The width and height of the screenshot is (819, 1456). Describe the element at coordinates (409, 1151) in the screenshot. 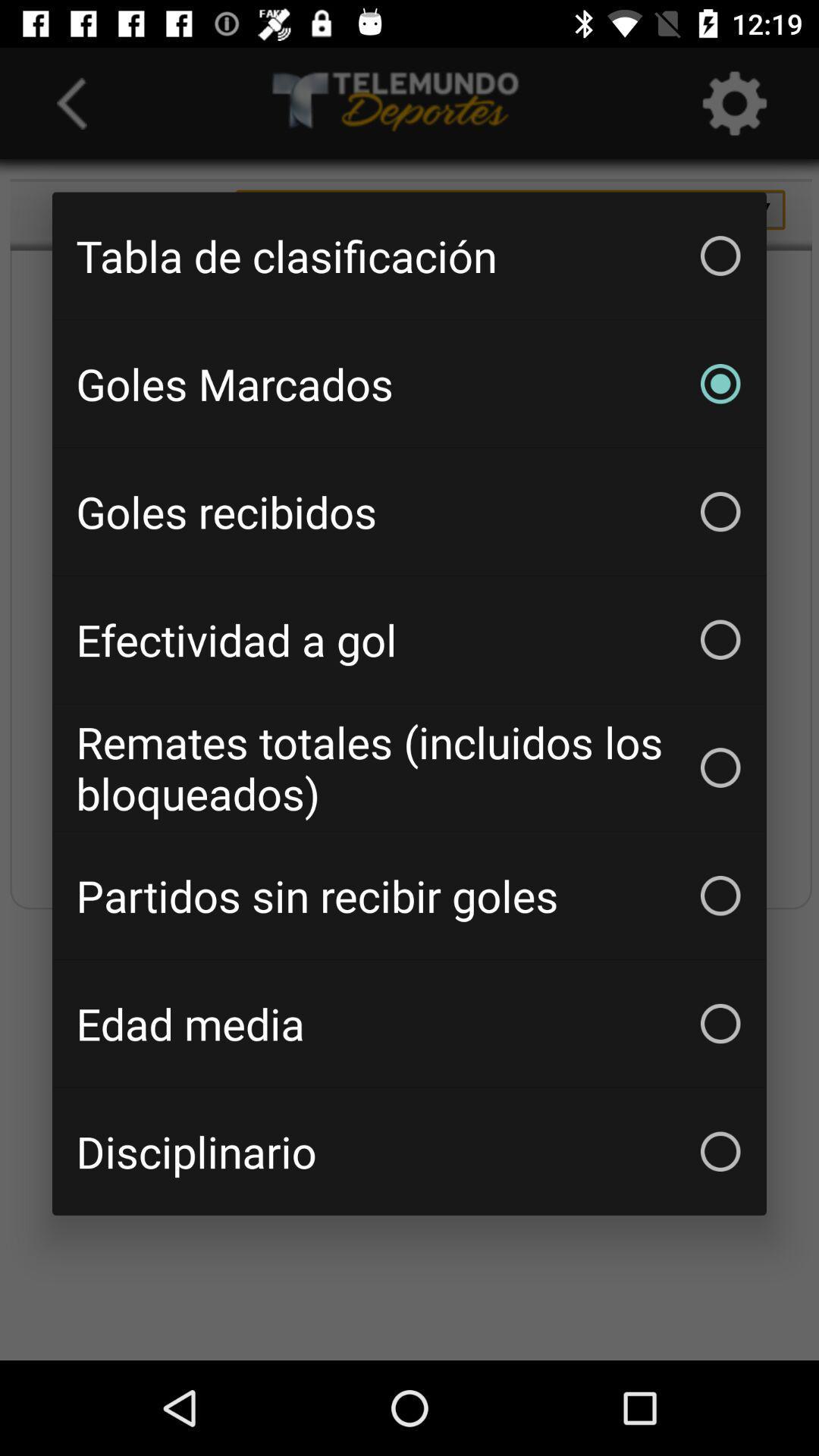

I see `disciplinario icon` at that location.